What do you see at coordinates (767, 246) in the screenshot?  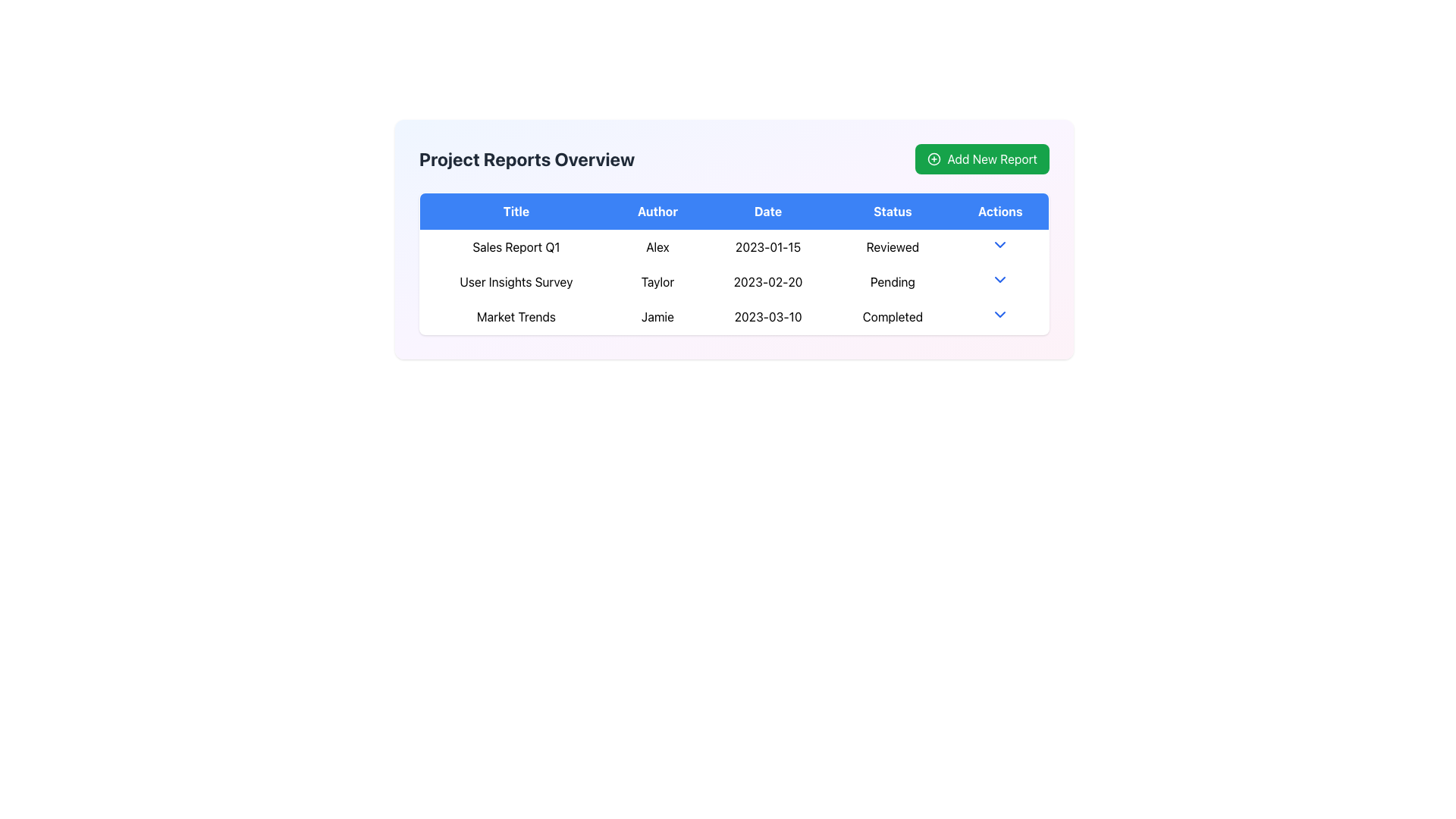 I see `the Text label that represents the publication date for the 'Sales Report Q1' record, located in the third column under the 'Date' header in the first row` at bounding box center [767, 246].